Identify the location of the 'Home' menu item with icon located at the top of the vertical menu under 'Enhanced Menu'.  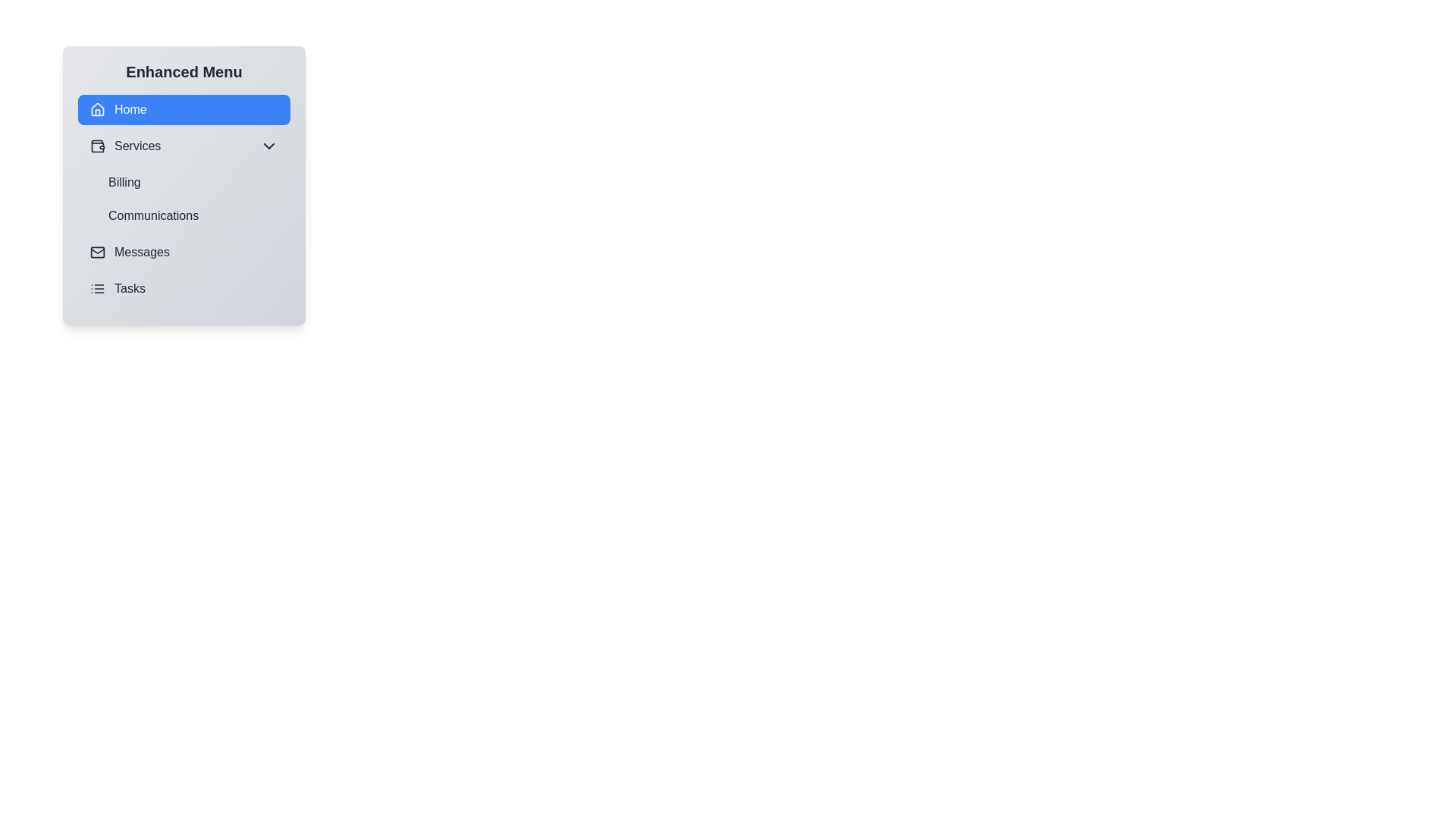
(118, 109).